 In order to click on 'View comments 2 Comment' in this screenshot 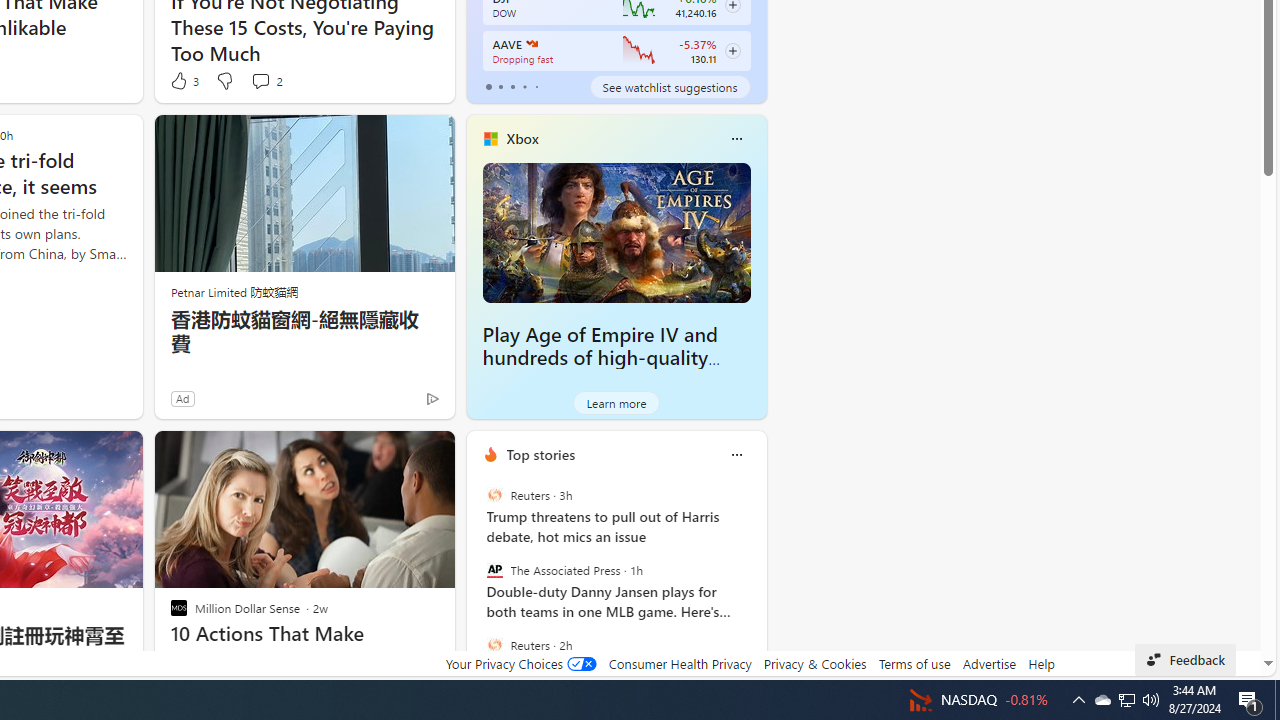, I will do `click(259, 80)`.